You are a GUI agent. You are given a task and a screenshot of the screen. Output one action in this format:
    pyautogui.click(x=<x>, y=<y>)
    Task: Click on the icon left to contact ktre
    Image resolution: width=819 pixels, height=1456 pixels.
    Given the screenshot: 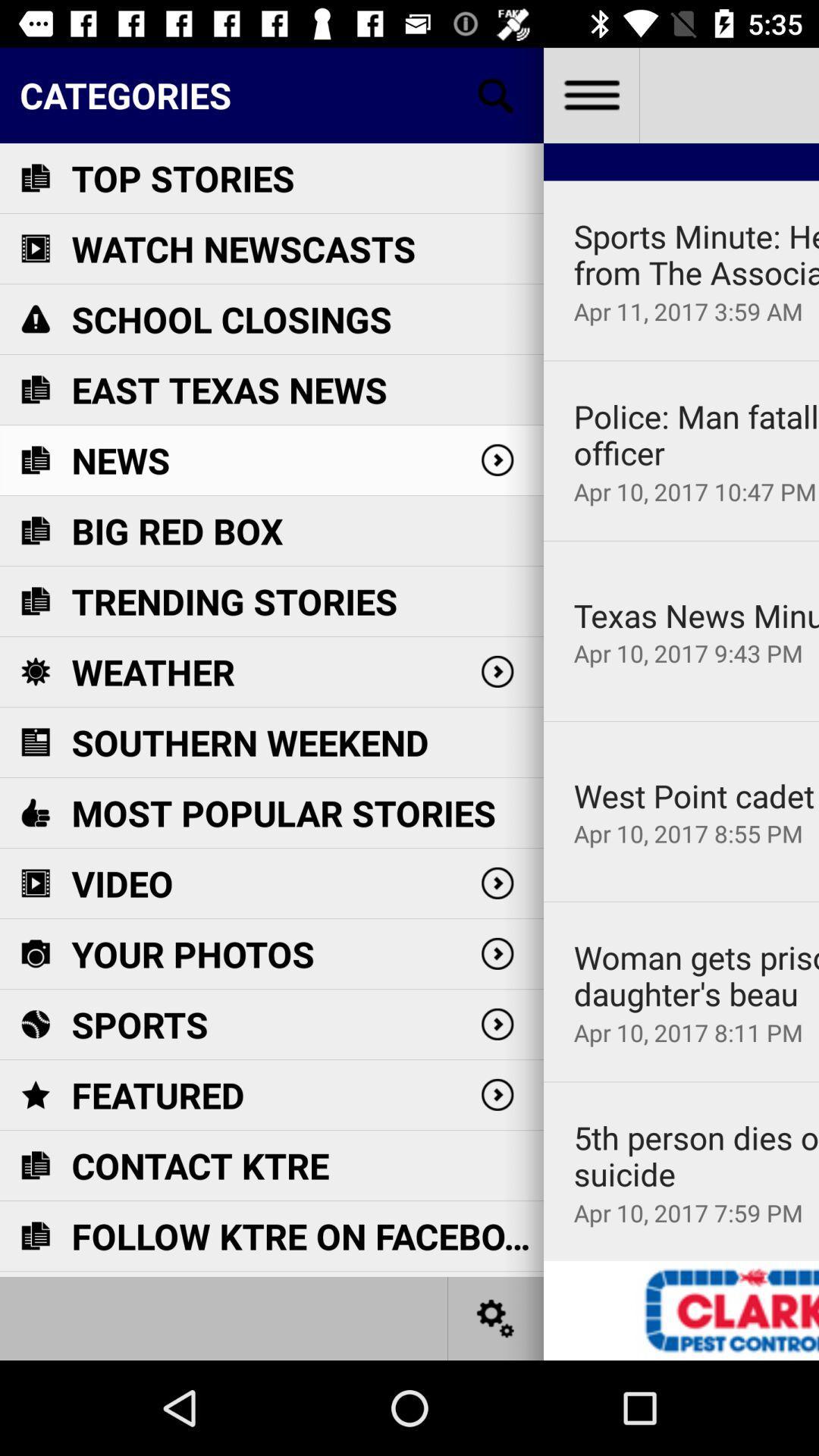 What is the action you would take?
    pyautogui.click(x=34, y=1164)
    